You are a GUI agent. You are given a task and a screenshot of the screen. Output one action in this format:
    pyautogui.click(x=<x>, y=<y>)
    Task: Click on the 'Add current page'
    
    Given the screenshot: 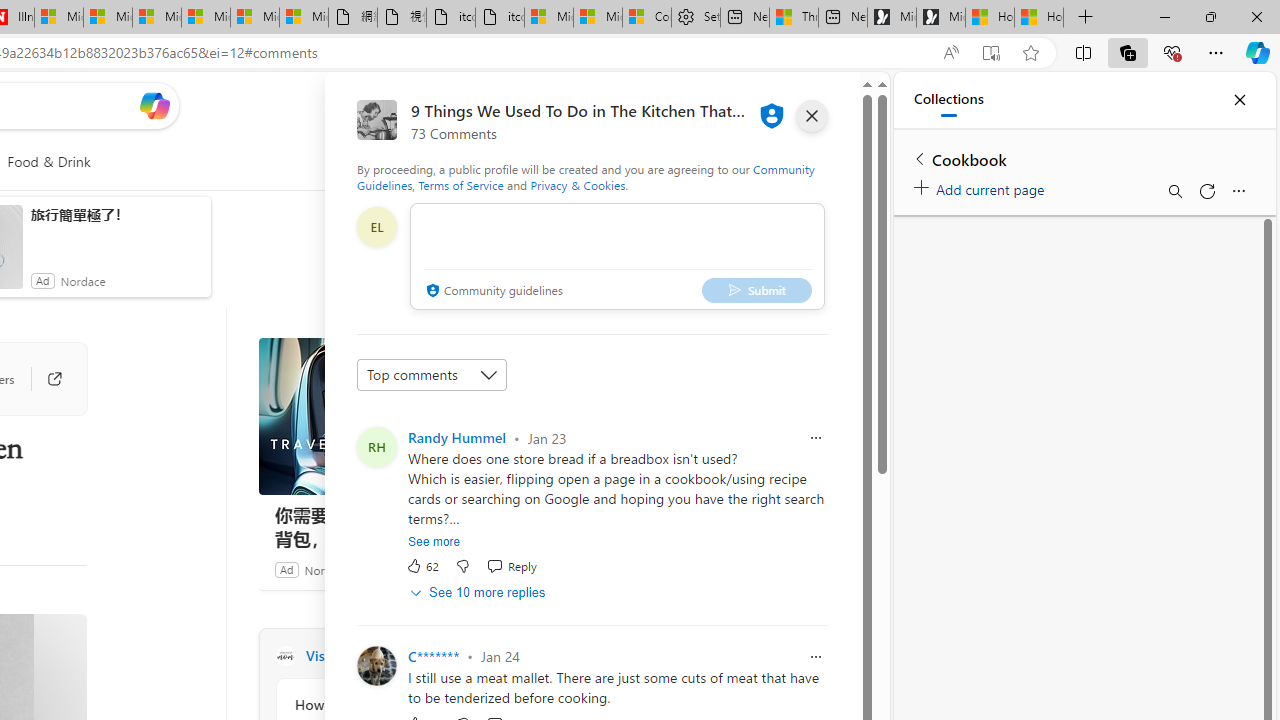 What is the action you would take?
    pyautogui.click(x=983, y=186)
    